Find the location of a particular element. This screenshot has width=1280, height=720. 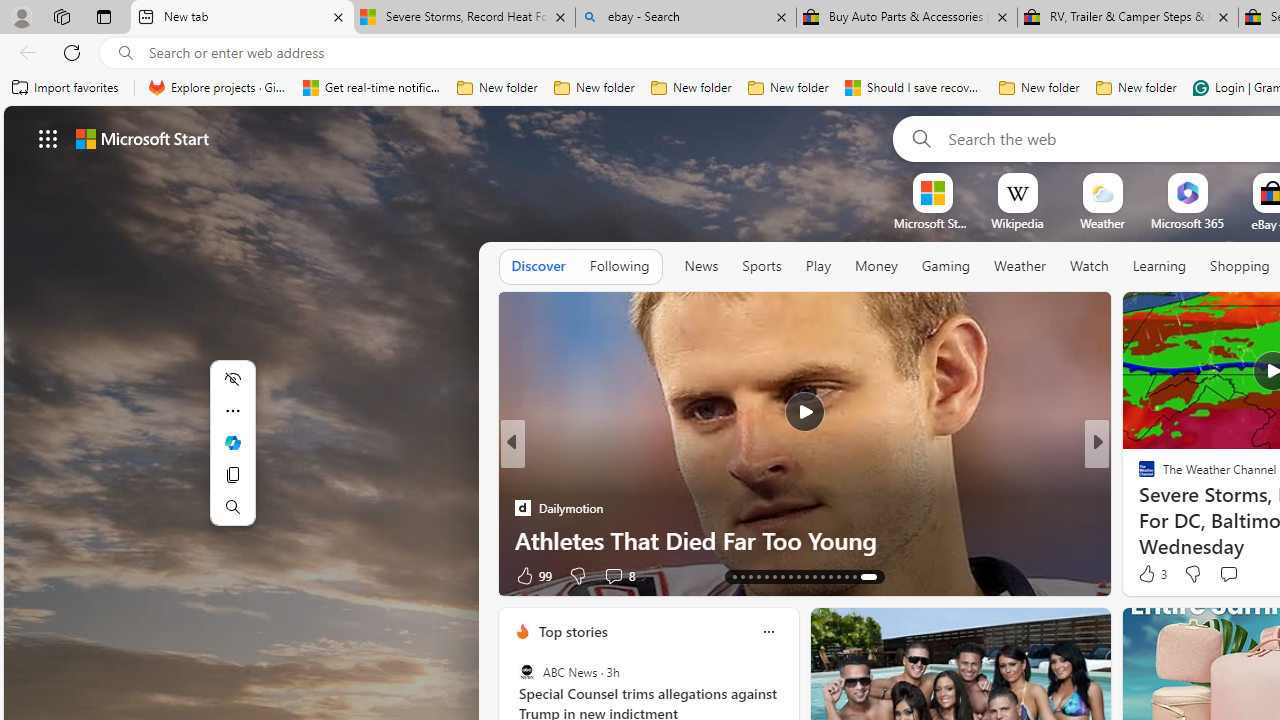

'7 Like' is located at coordinates (1145, 575).